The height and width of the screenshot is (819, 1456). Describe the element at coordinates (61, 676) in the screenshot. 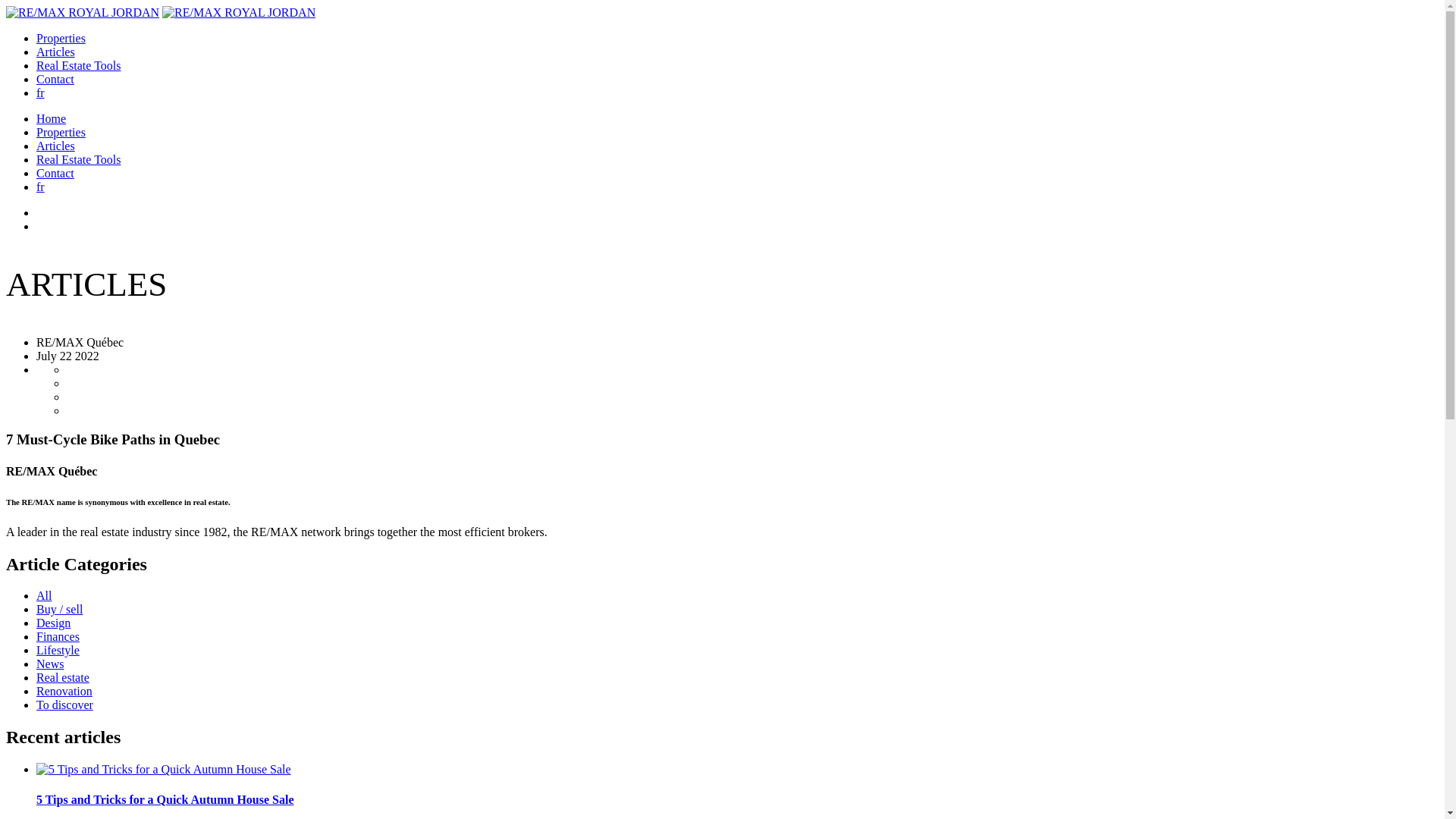

I see `'Real estate'` at that location.